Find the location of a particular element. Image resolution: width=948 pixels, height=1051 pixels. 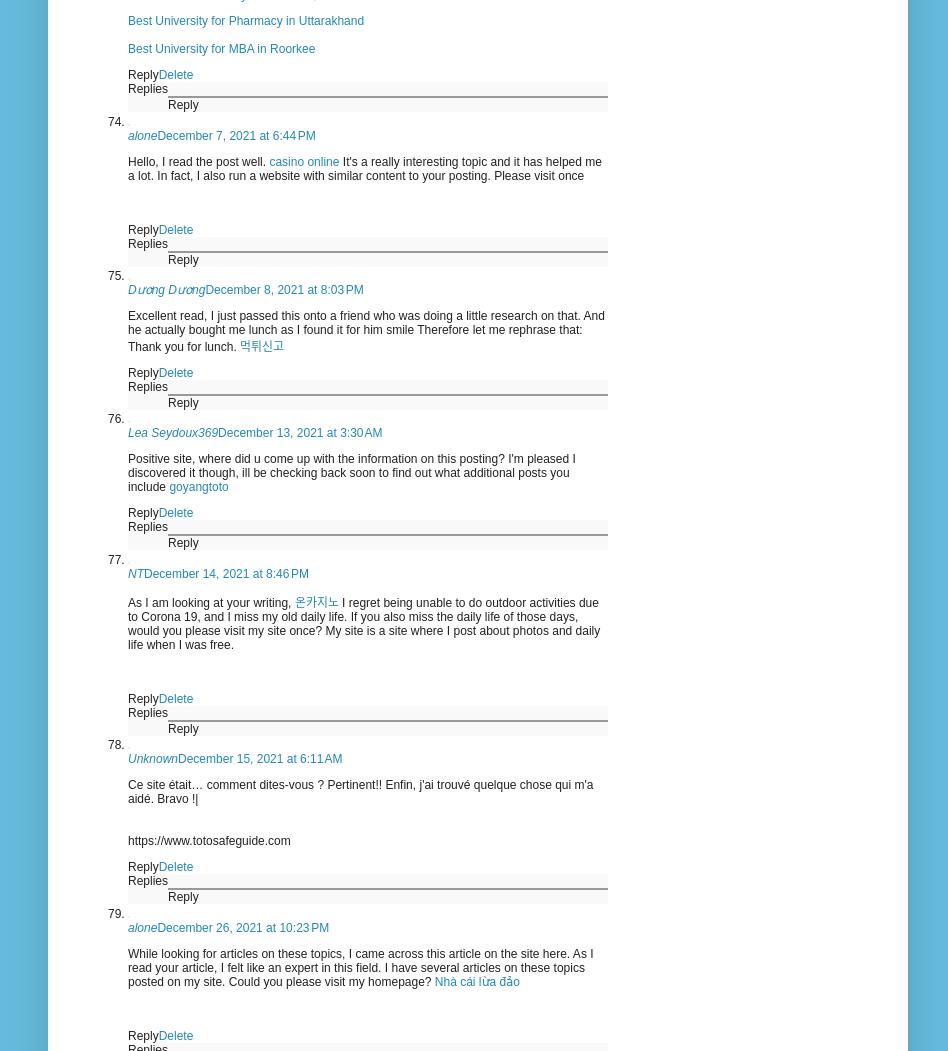

'December 7, 2021 at 6:44 PM' is located at coordinates (234, 133).